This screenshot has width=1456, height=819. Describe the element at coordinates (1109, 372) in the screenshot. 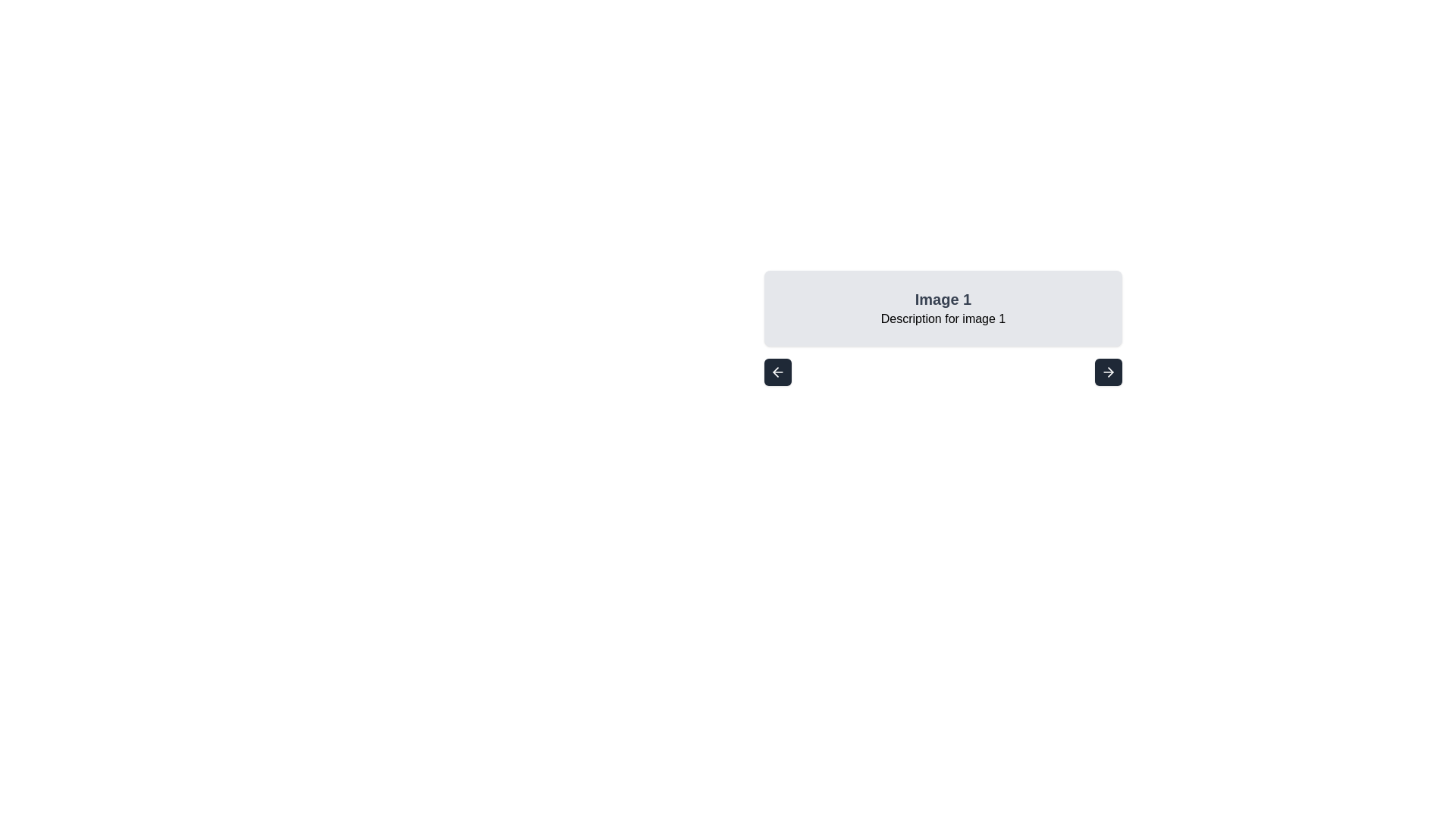

I see `the right arrow button to navigate to the next item in the carousel` at that location.